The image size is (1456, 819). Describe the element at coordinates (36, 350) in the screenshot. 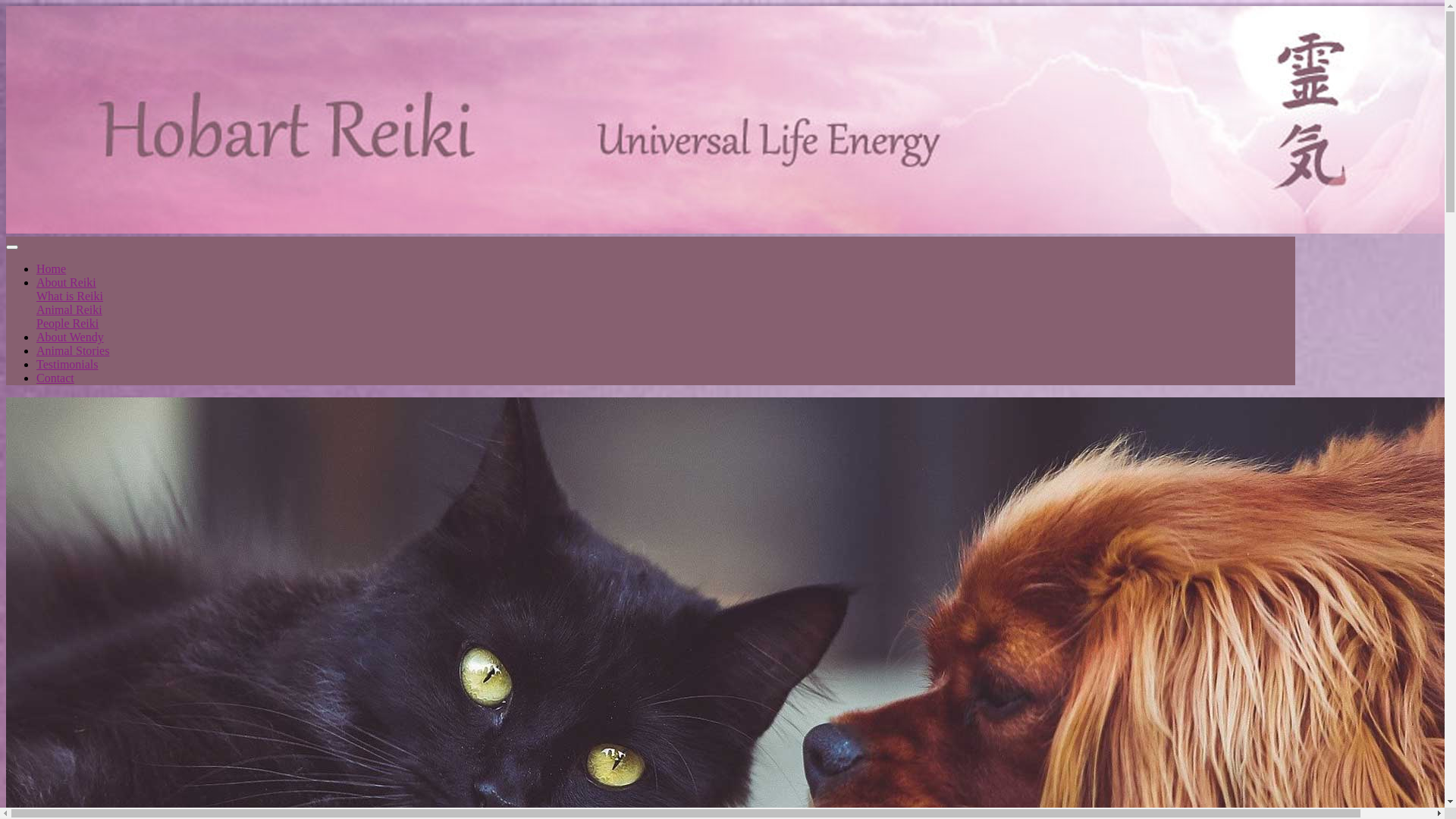

I see `'Animal Stories'` at that location.